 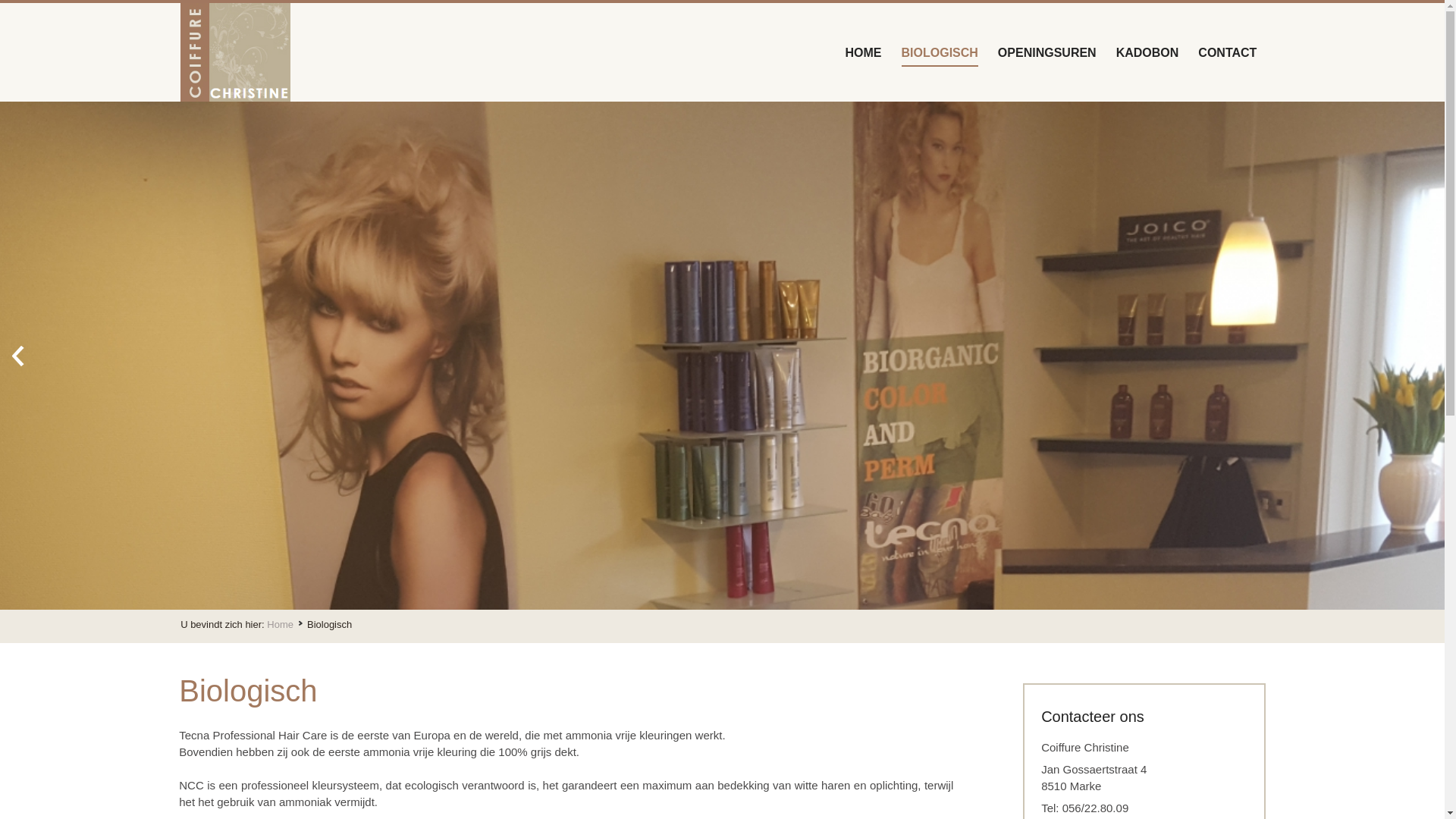 I want to click on 'HOME', so click(x=863, y=51).